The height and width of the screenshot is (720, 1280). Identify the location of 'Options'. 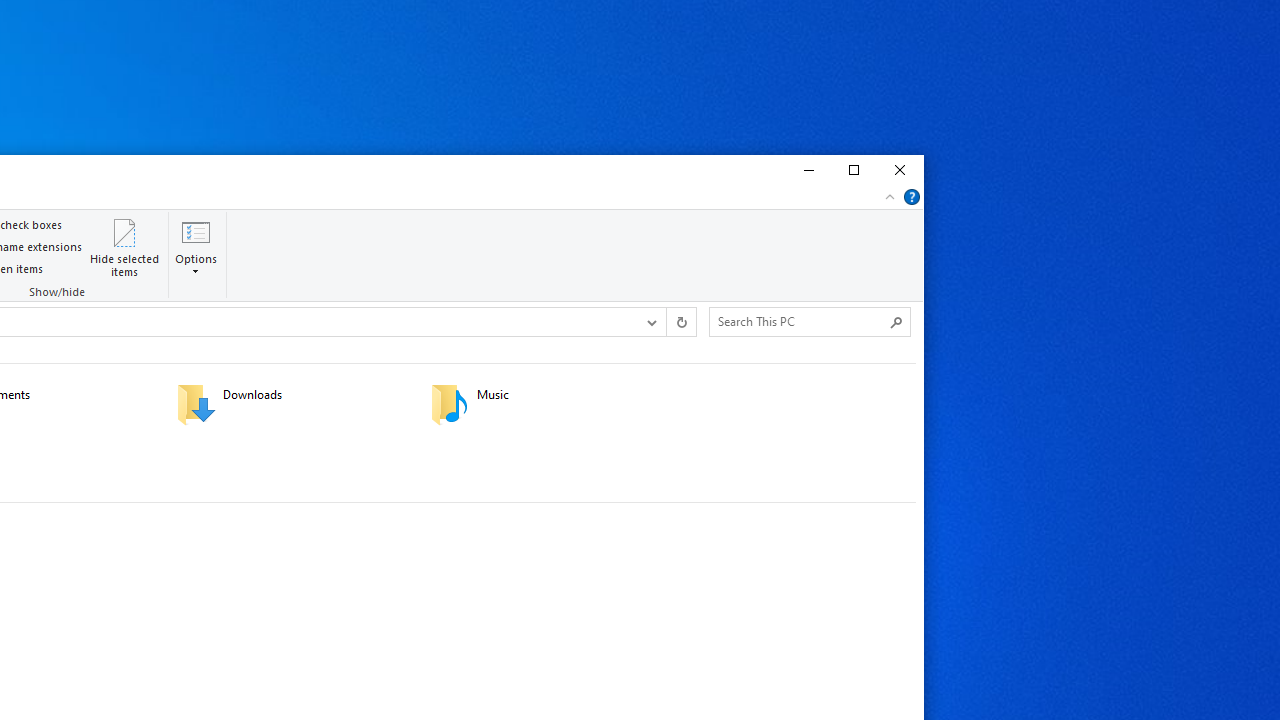
(196, 263).